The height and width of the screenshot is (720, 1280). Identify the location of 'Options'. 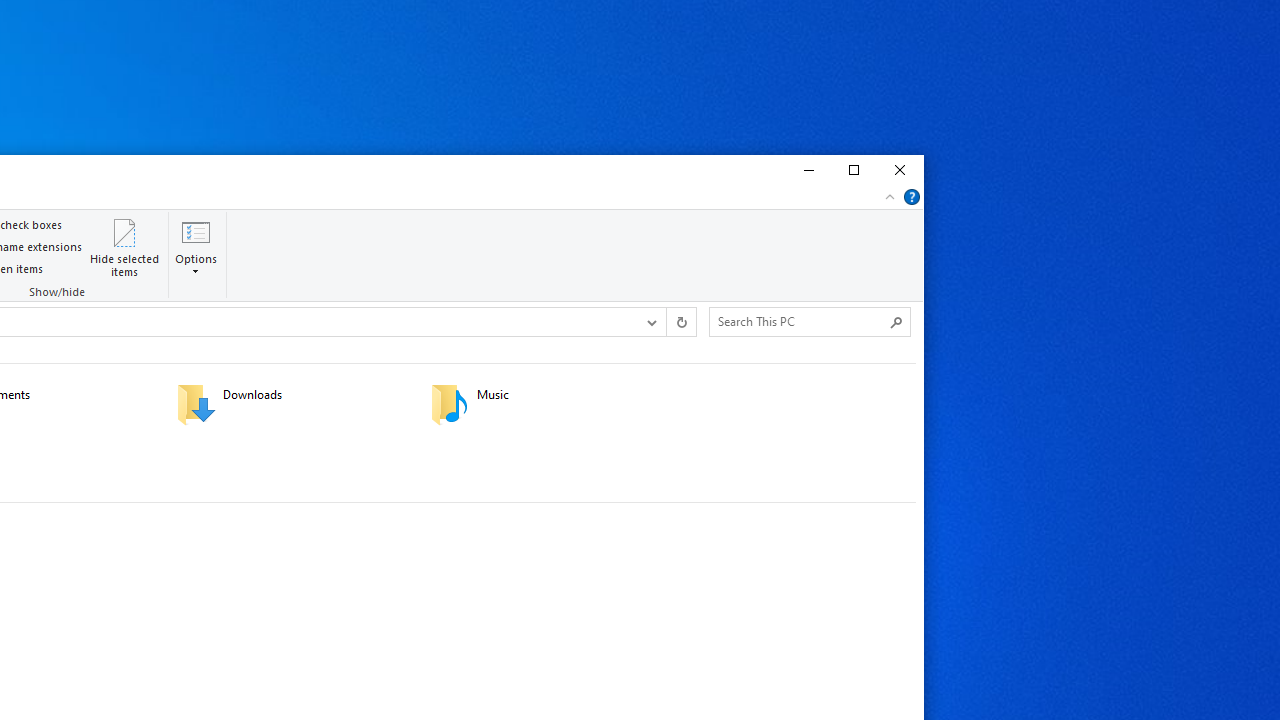
(196, 263).